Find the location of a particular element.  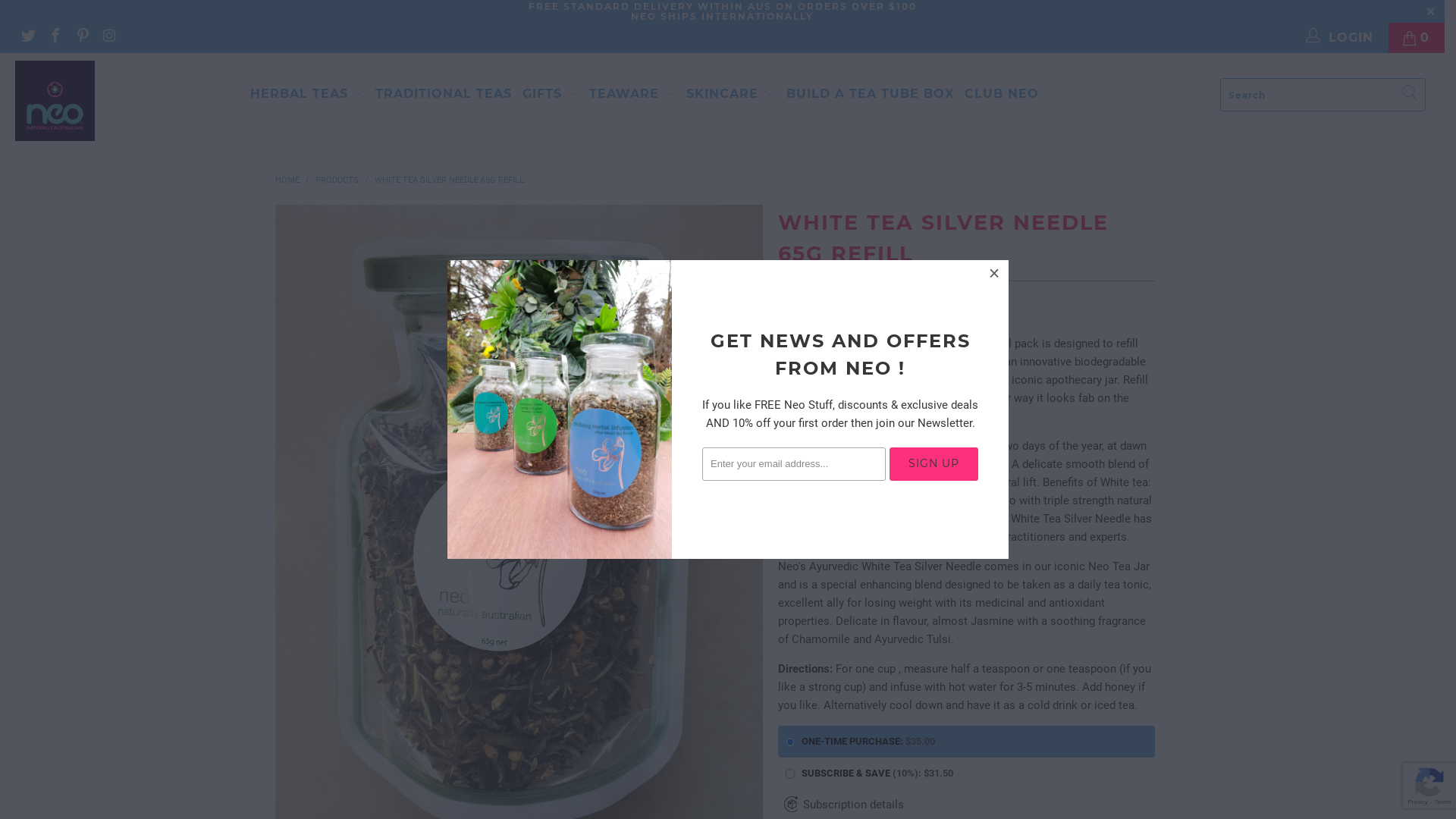

'SKINCARE' is located at coordinates (730, 94).